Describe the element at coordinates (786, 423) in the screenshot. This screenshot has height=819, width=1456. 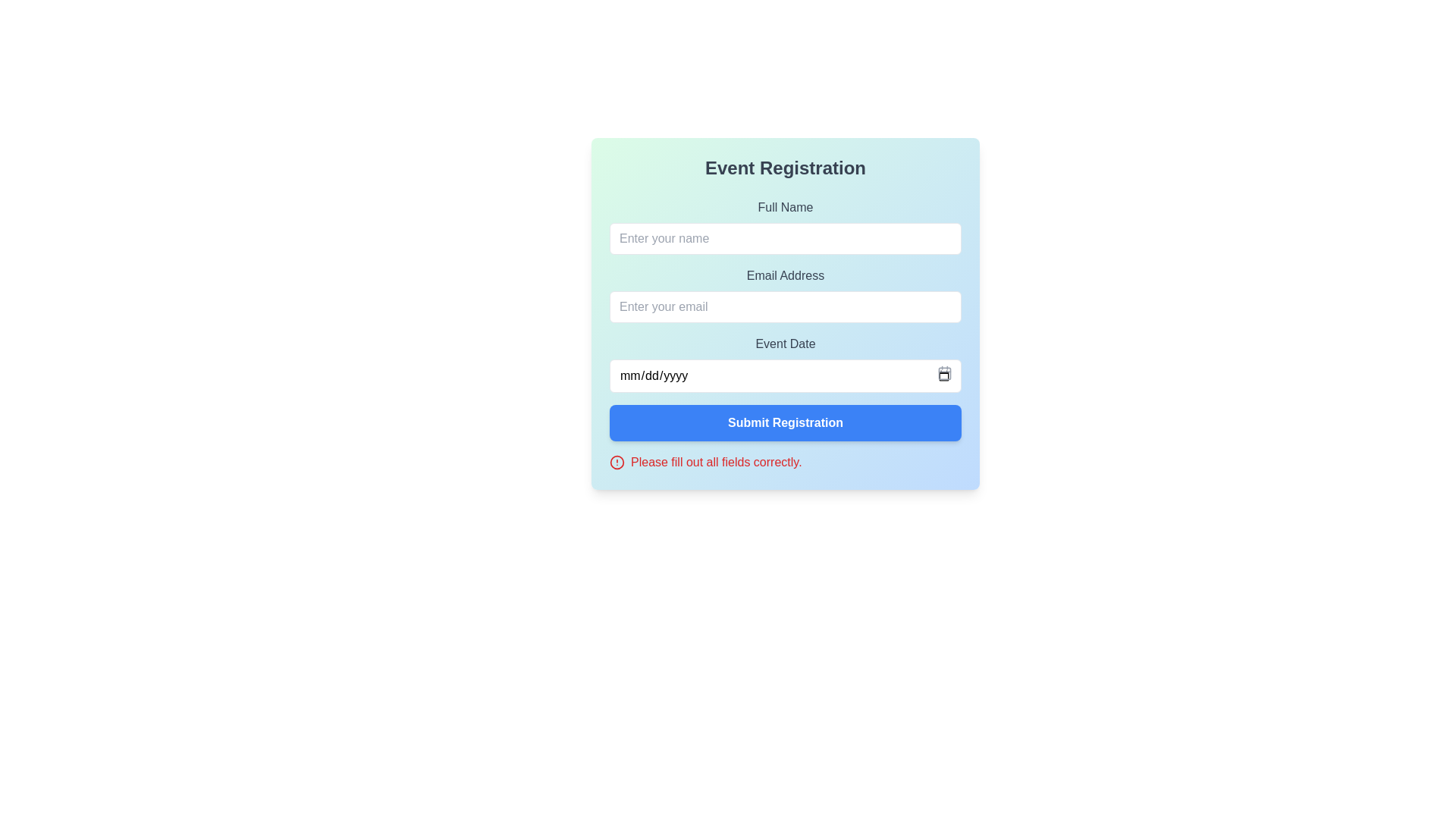
I see `the submit button located at the bottom of the registration form` at that location.